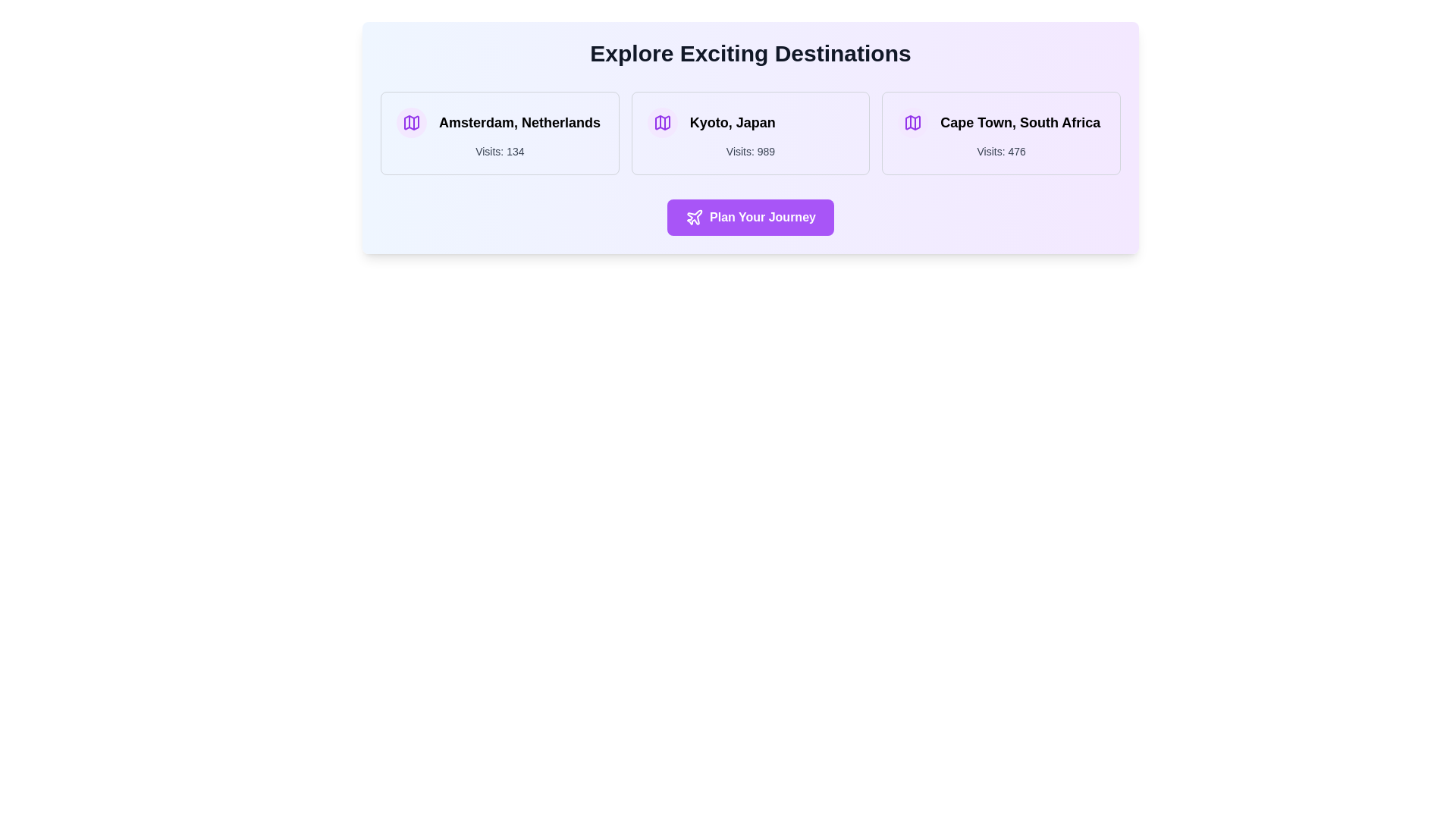 The width and height of the screenshot is (1456, 819). Describe the element at coordinates (750, 217) in the screenshot. I see `'Plan Your Journey' button` at that location.